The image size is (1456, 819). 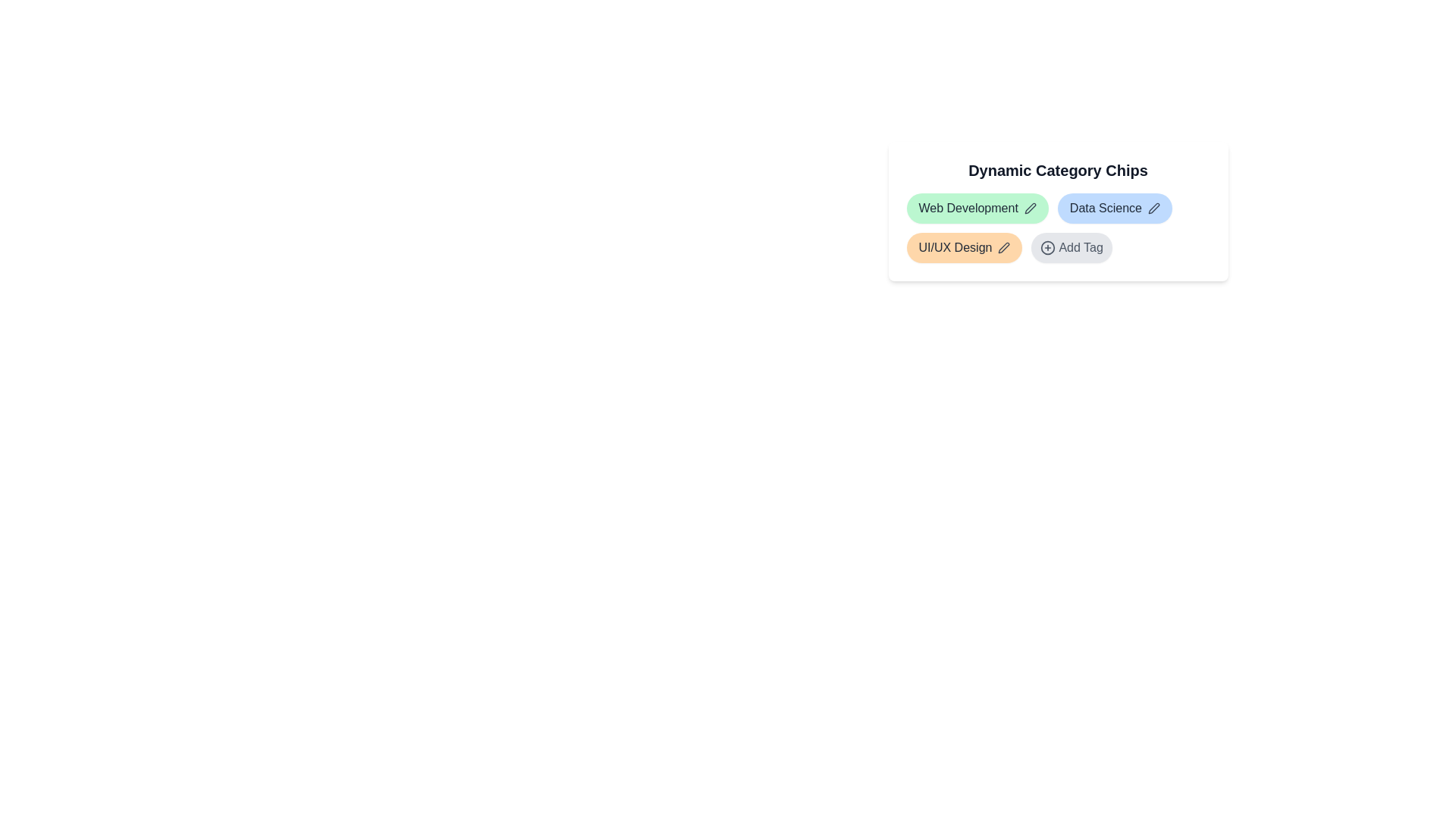 I want to click on the edit icon next to the tag labeled Web Development, so click(x=1030, y=208).